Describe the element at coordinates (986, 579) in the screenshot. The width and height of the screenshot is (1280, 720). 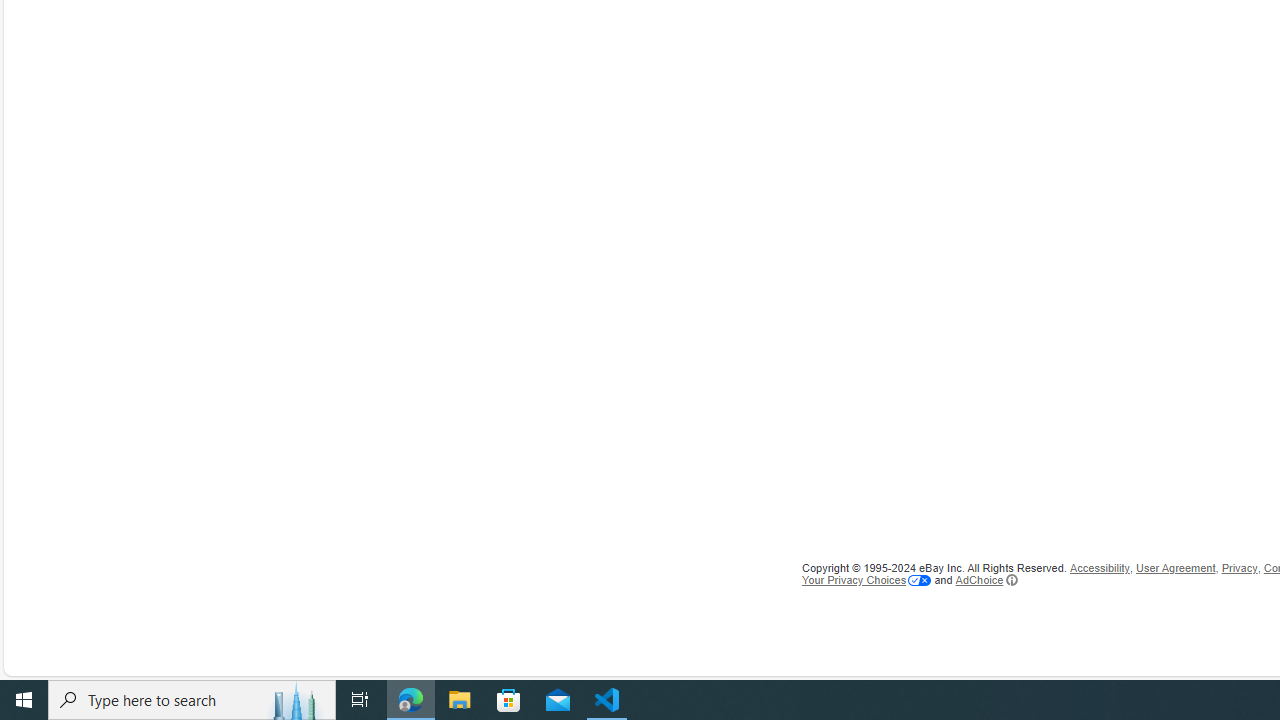
I see `'AdChoice'` at that location.